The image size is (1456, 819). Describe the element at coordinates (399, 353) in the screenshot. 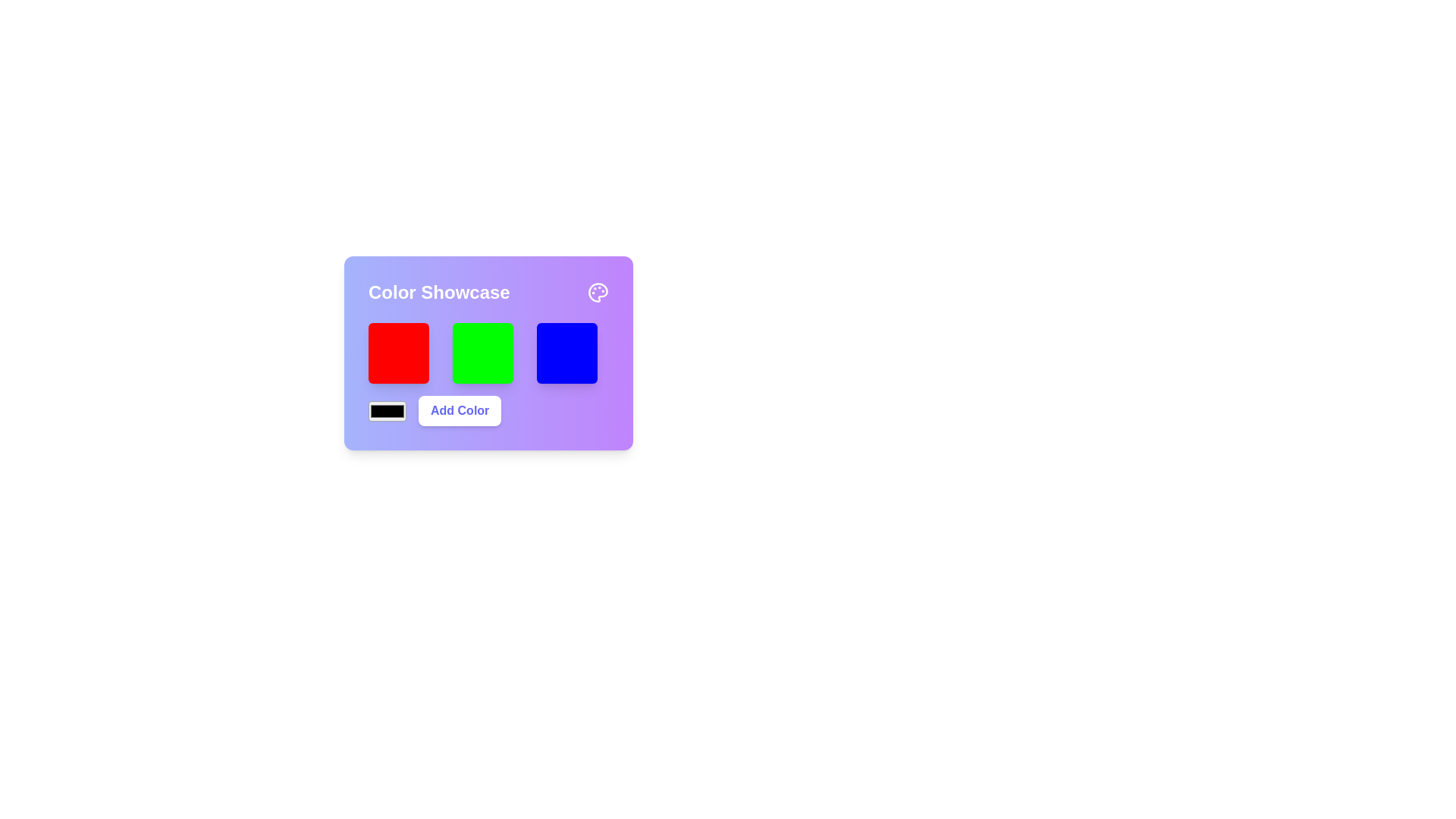

I see `the square visual element with a red background color and rounded corners located in the first column of the 'Color Showcase' grid` at that location.